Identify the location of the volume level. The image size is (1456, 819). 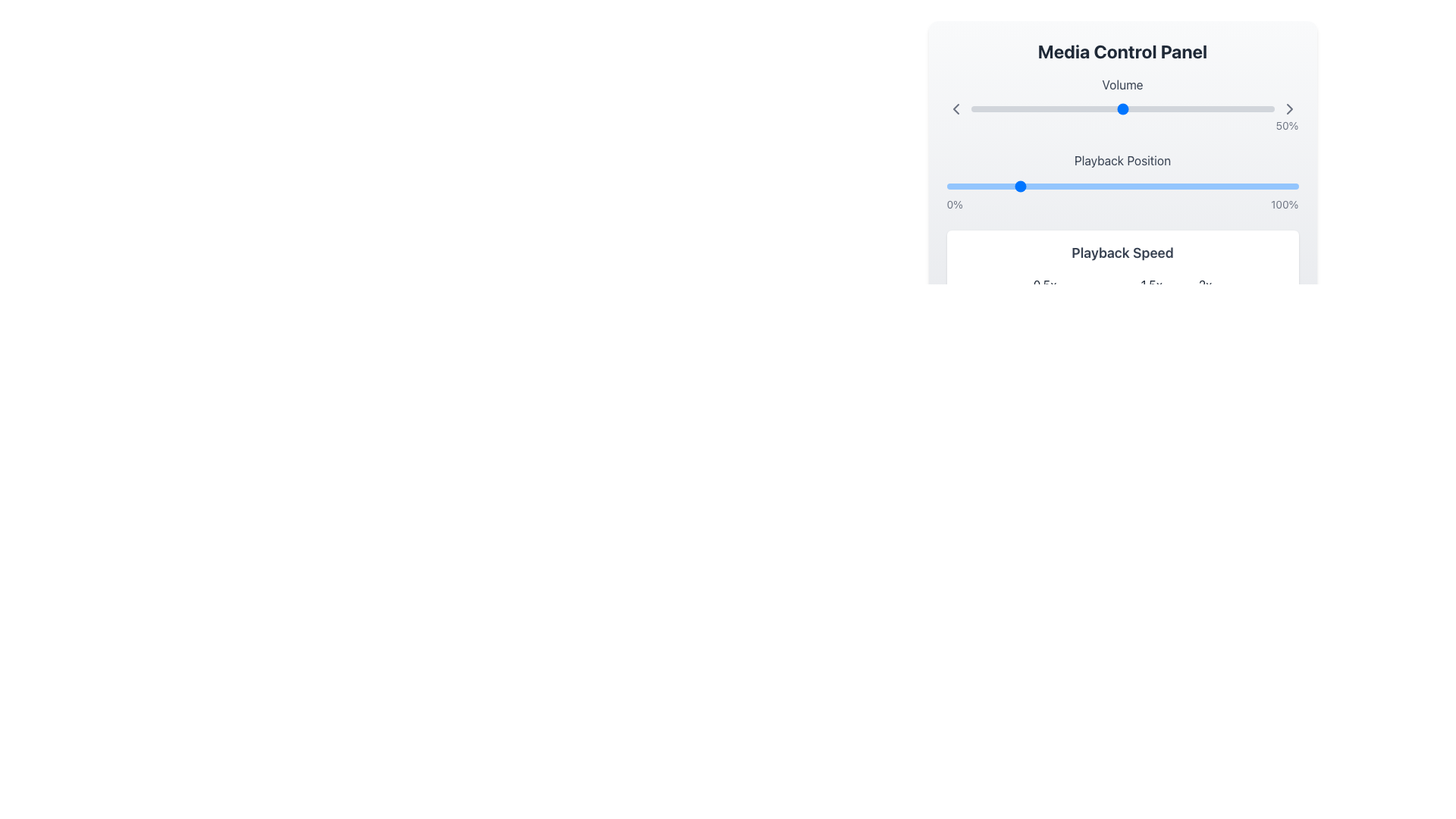
(1173, 108).